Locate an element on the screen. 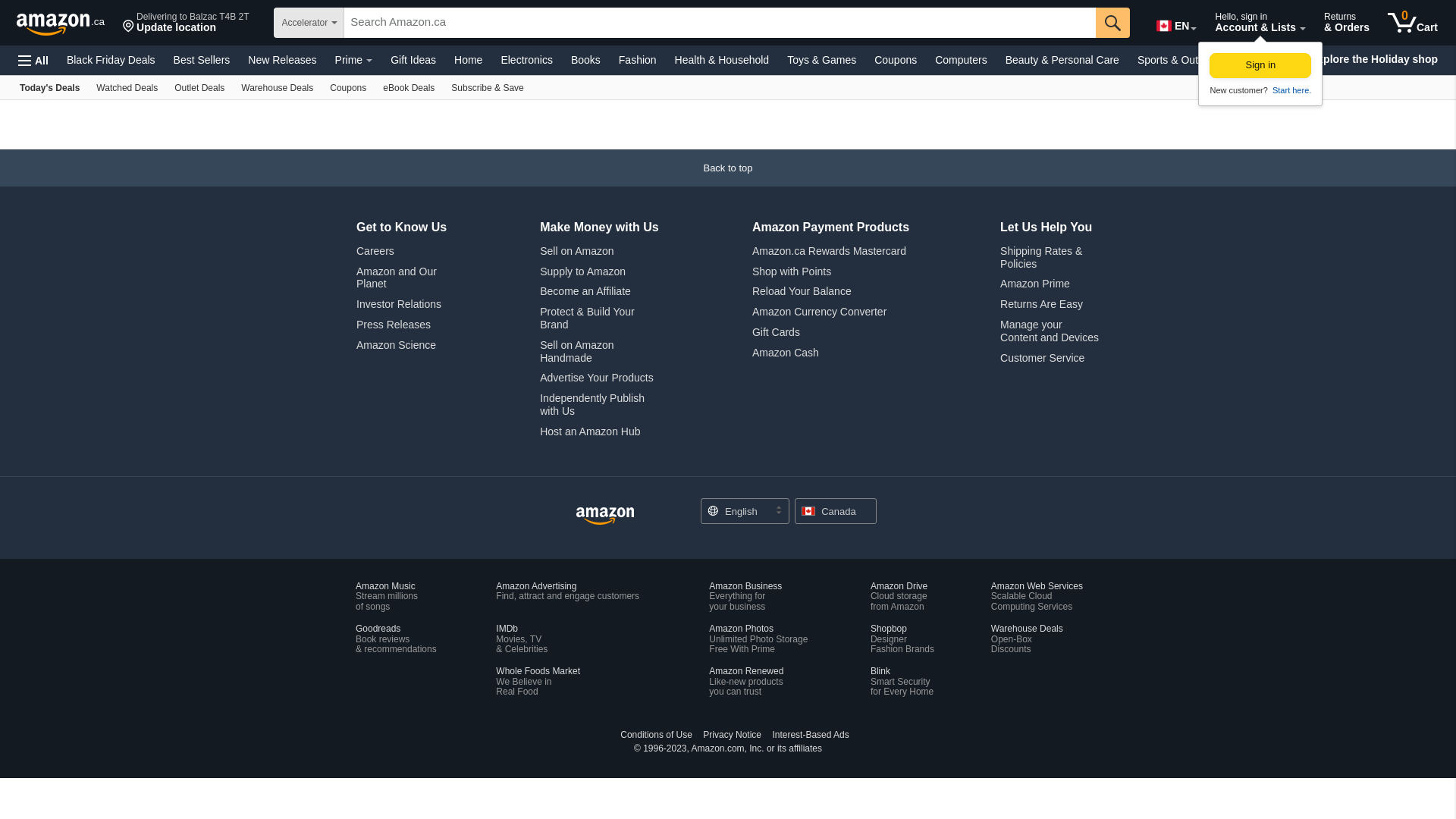 The width and height of the screenshot is (1456, 819). 'Customer Service' is located at coordinates (1041, 357).